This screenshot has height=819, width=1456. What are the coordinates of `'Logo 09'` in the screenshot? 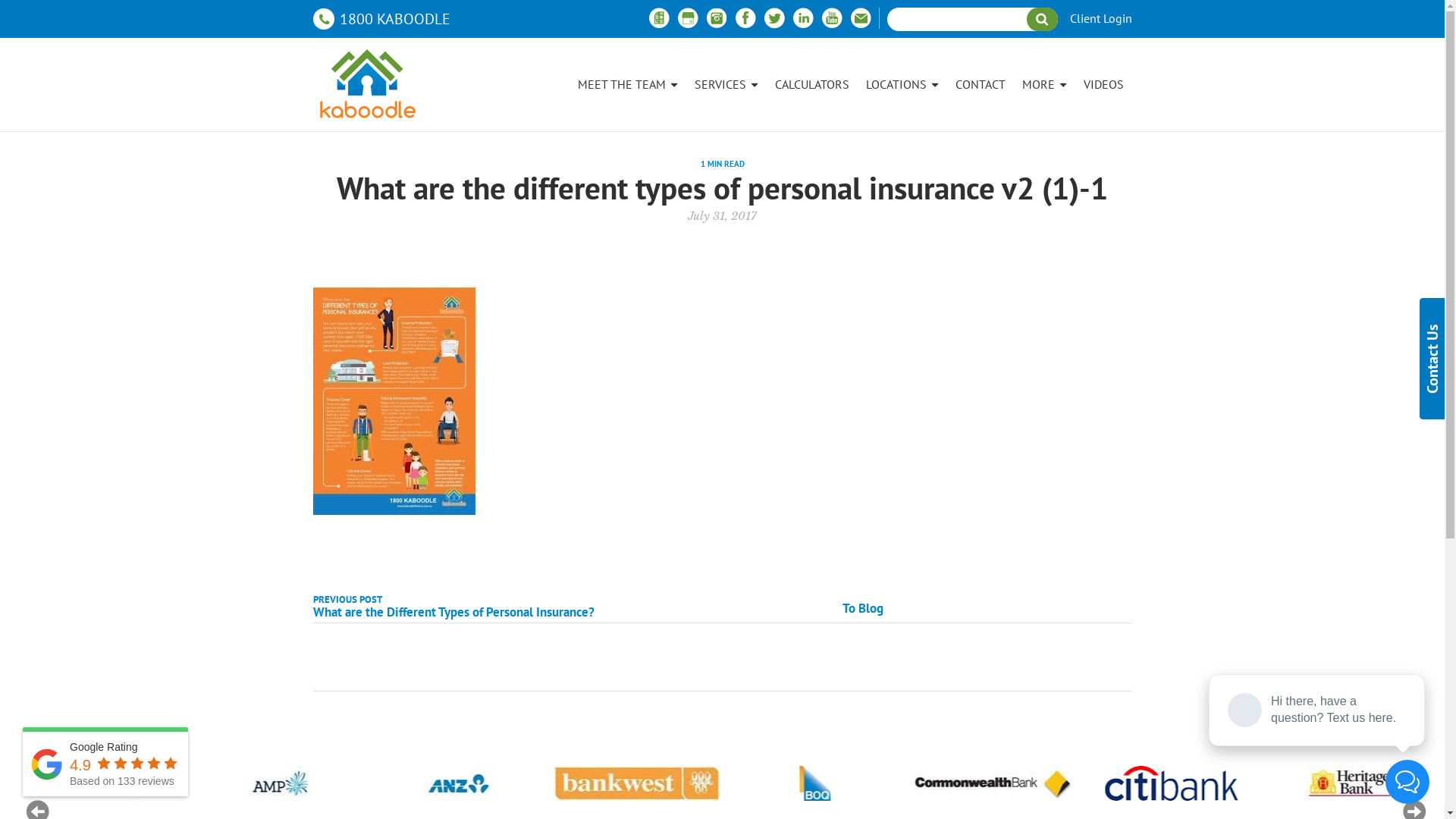 It's located at (1313, 783).